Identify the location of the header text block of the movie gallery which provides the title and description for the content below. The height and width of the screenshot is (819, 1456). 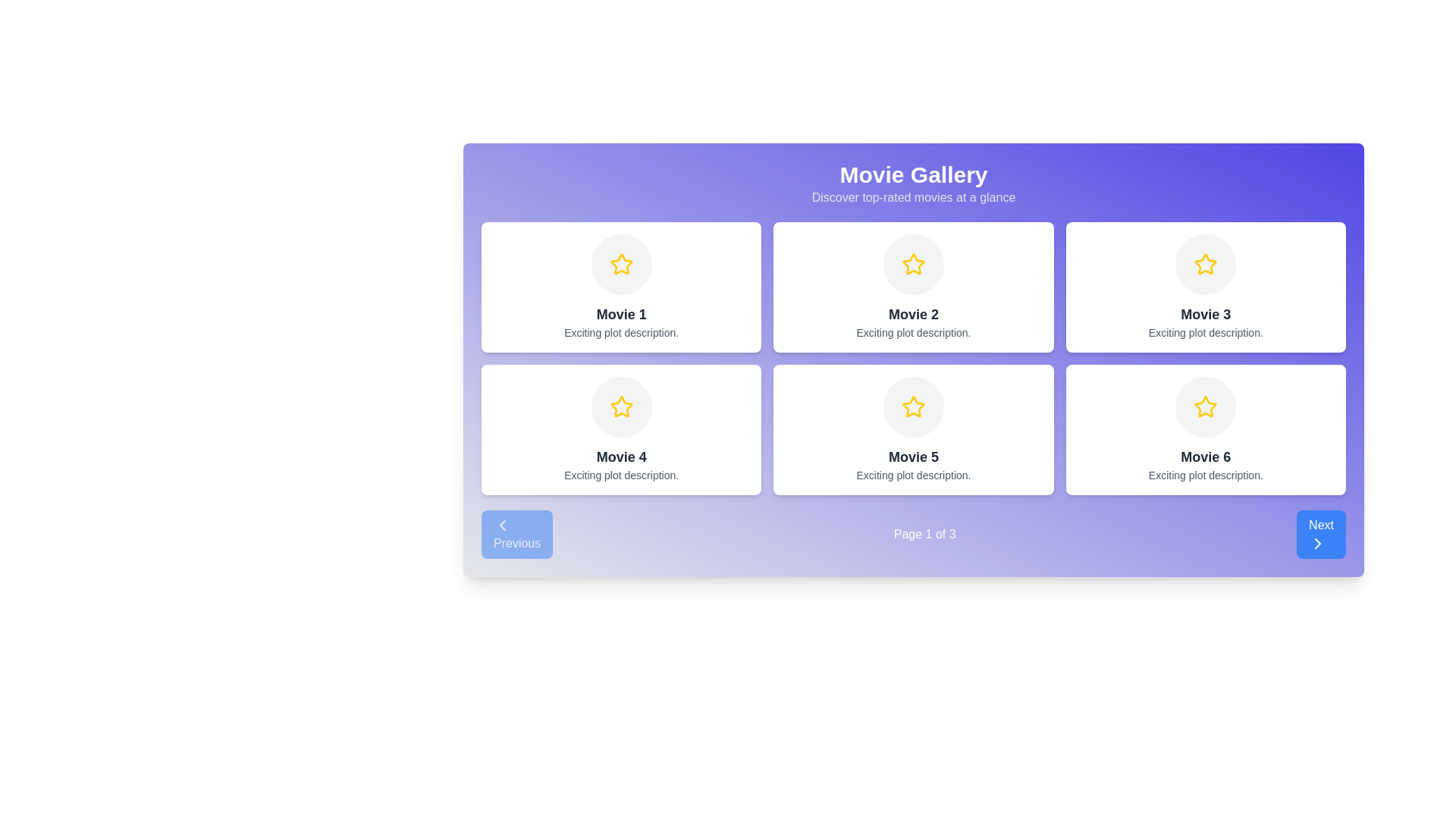
(912, 184).